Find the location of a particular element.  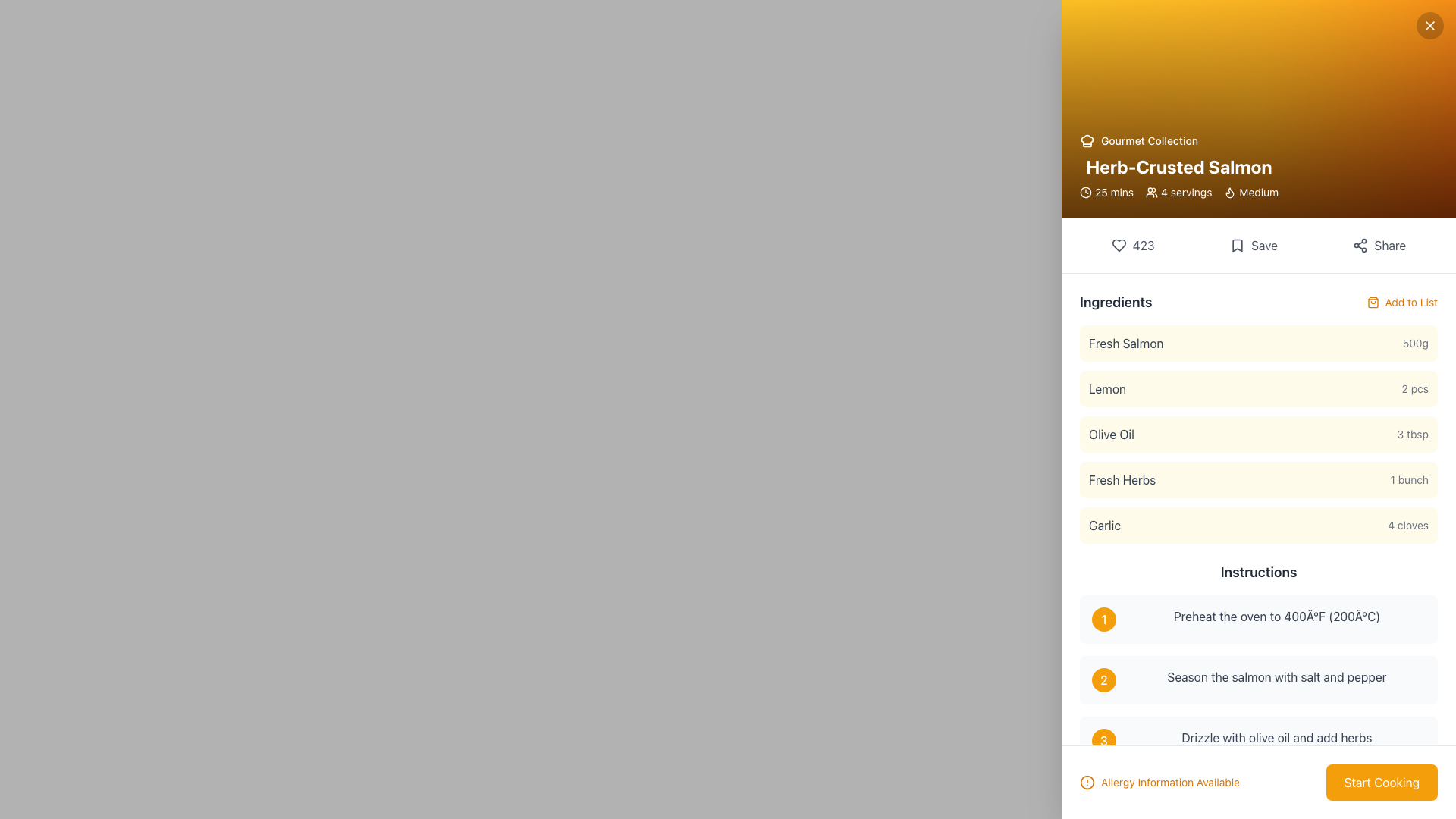

the static text label displaying the weight of 'Fresh Salmon' as '500g', which is located to the right of the 'Fresh Salmon' label in the 'Ingredients' section is located at coordinates (1414, 343).